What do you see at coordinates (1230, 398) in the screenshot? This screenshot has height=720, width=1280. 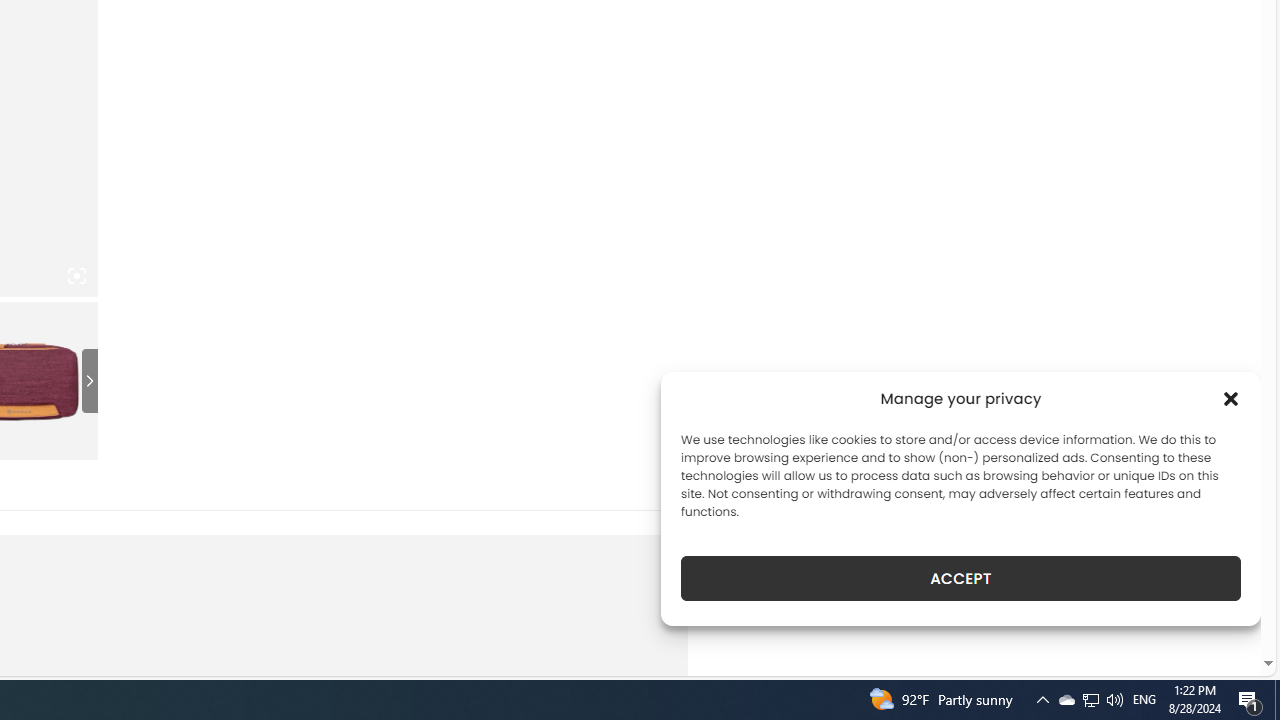 I see `'Class: cmplz-close'` at bounding box center [1230, 398].